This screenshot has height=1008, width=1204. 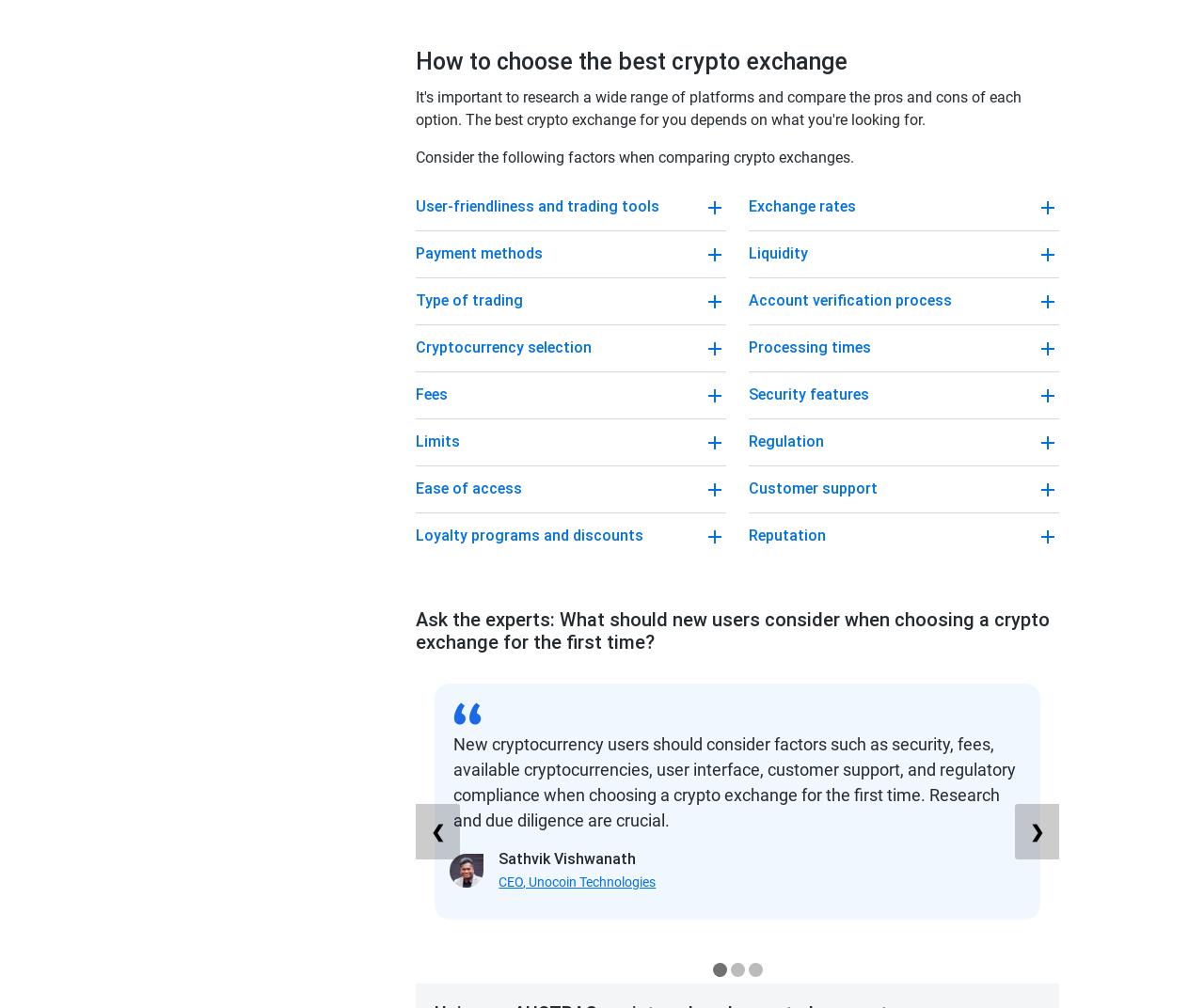 What do you see at coordinates (414, 630) in the screenshot?
I see `'Ask the experts: What should new users consider when choosing a crypto exchange for the first time?'` at bounding box center [414, 630].